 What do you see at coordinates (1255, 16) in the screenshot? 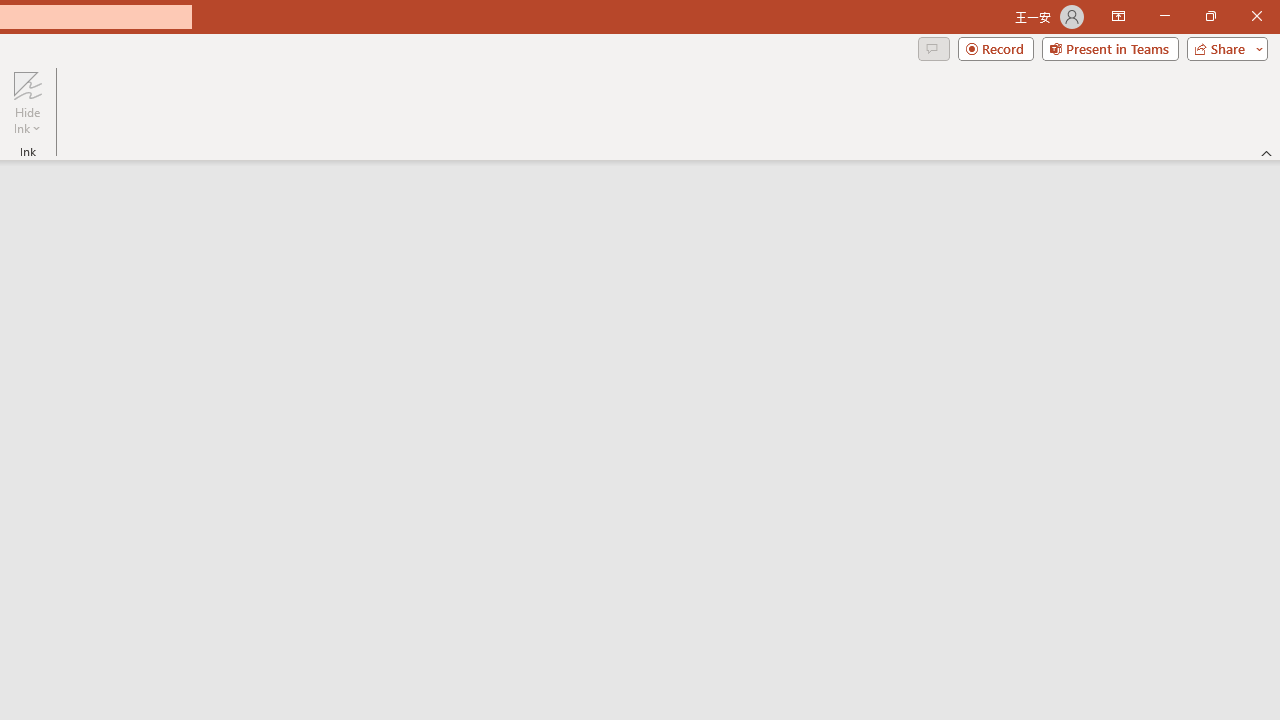
I see `'Close'` at bounding box center [1255, 16].